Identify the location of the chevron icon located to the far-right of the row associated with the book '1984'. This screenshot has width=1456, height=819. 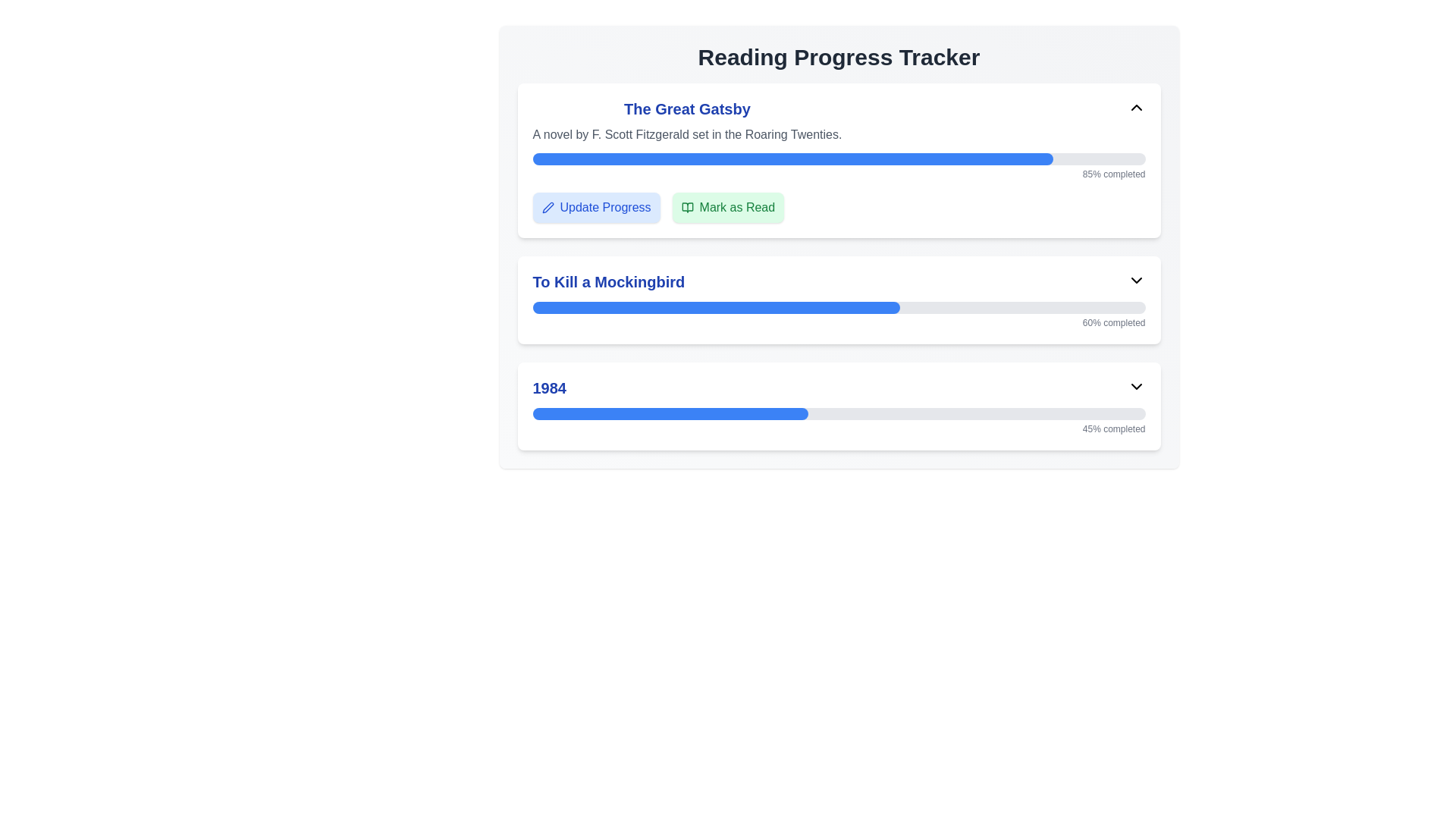
(1136, 385).